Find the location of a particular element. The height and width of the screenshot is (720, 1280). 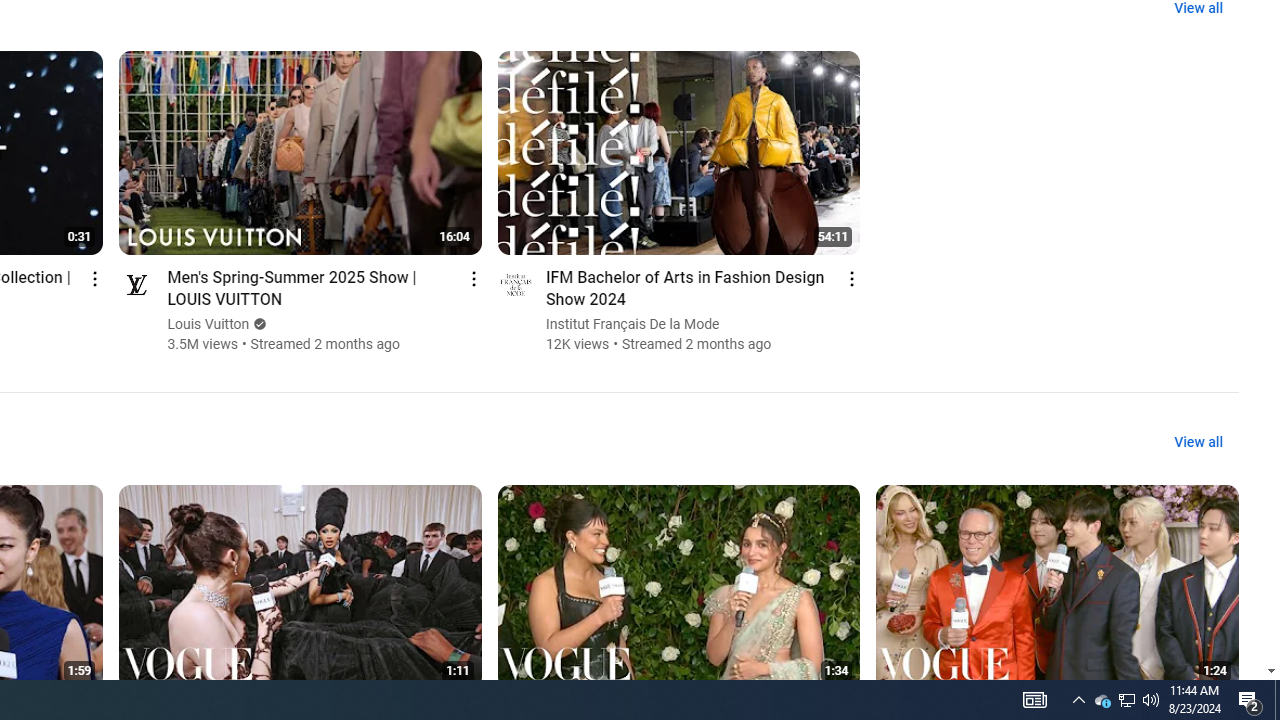

'Louis Vuitton' is located at coordinates (208, 323).